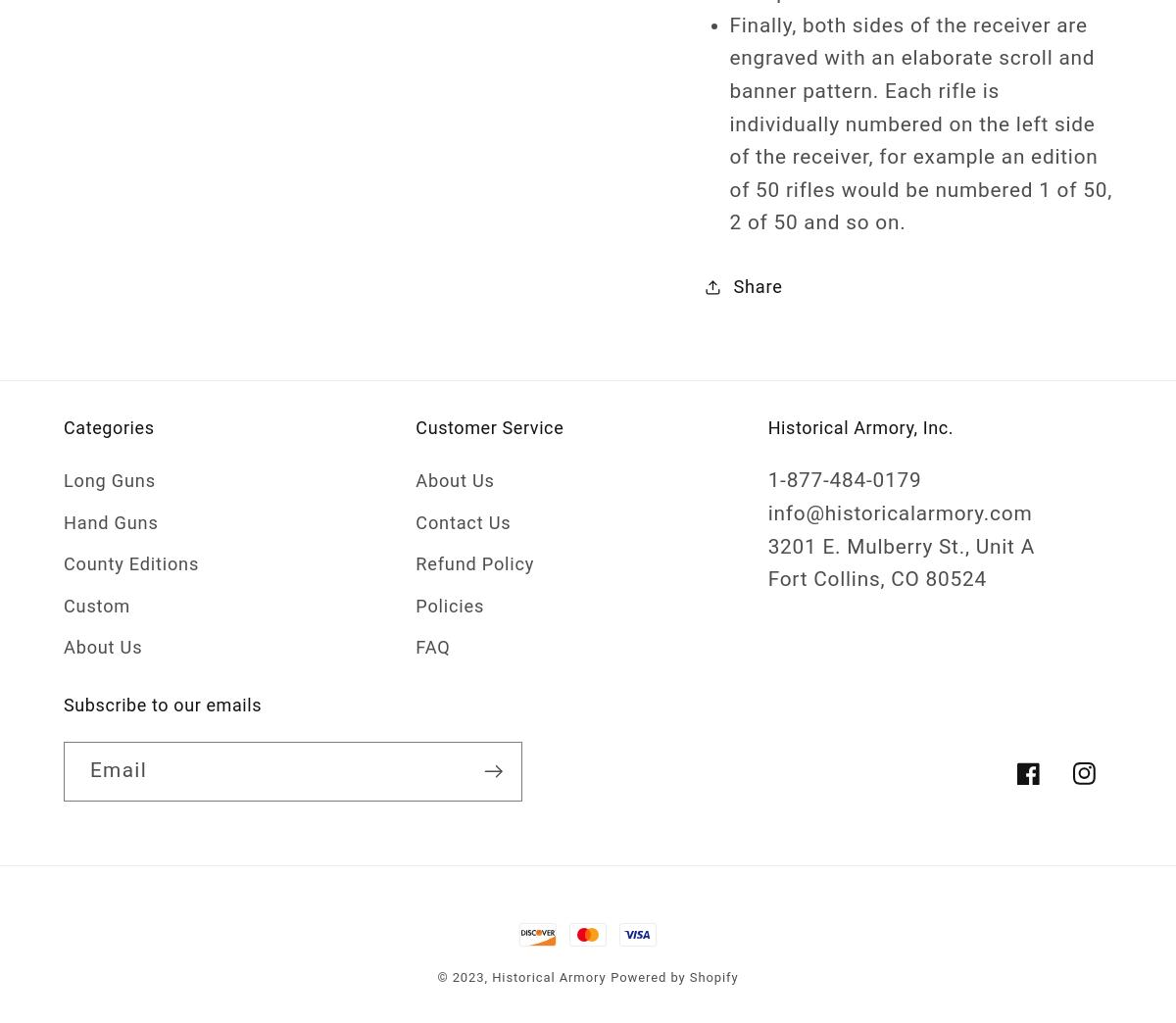  What do you see at coordinates (766, 511) in the screenshot?
I see `'info@historicalarmory.com'` at bounding box center [766, 511].